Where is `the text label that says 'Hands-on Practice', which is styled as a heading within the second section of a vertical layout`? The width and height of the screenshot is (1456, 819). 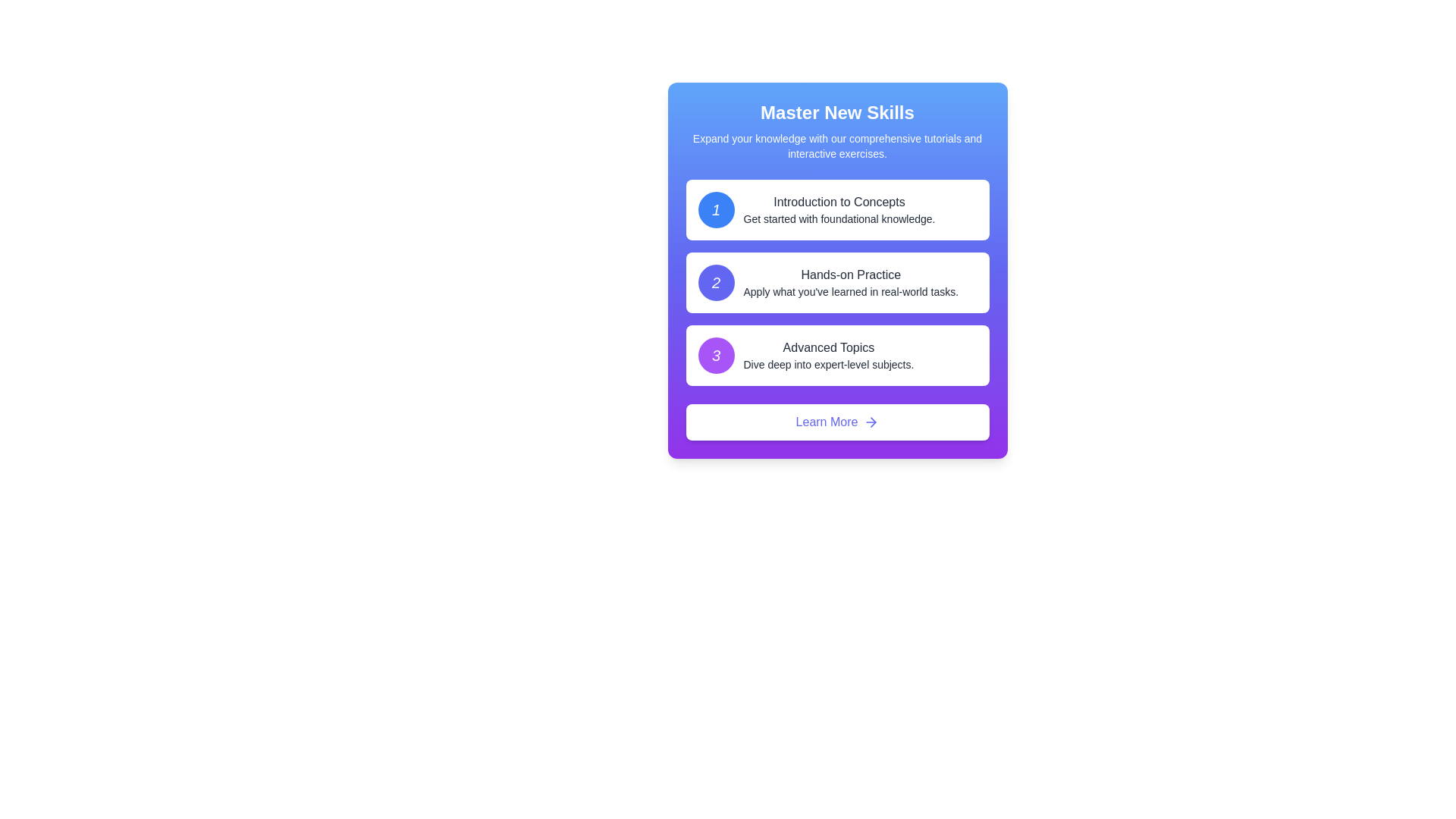 the text label that says 'Hands-on Practice', which is styled as a heading within the second section of a vertical layout is located at coordinates (851, 275).